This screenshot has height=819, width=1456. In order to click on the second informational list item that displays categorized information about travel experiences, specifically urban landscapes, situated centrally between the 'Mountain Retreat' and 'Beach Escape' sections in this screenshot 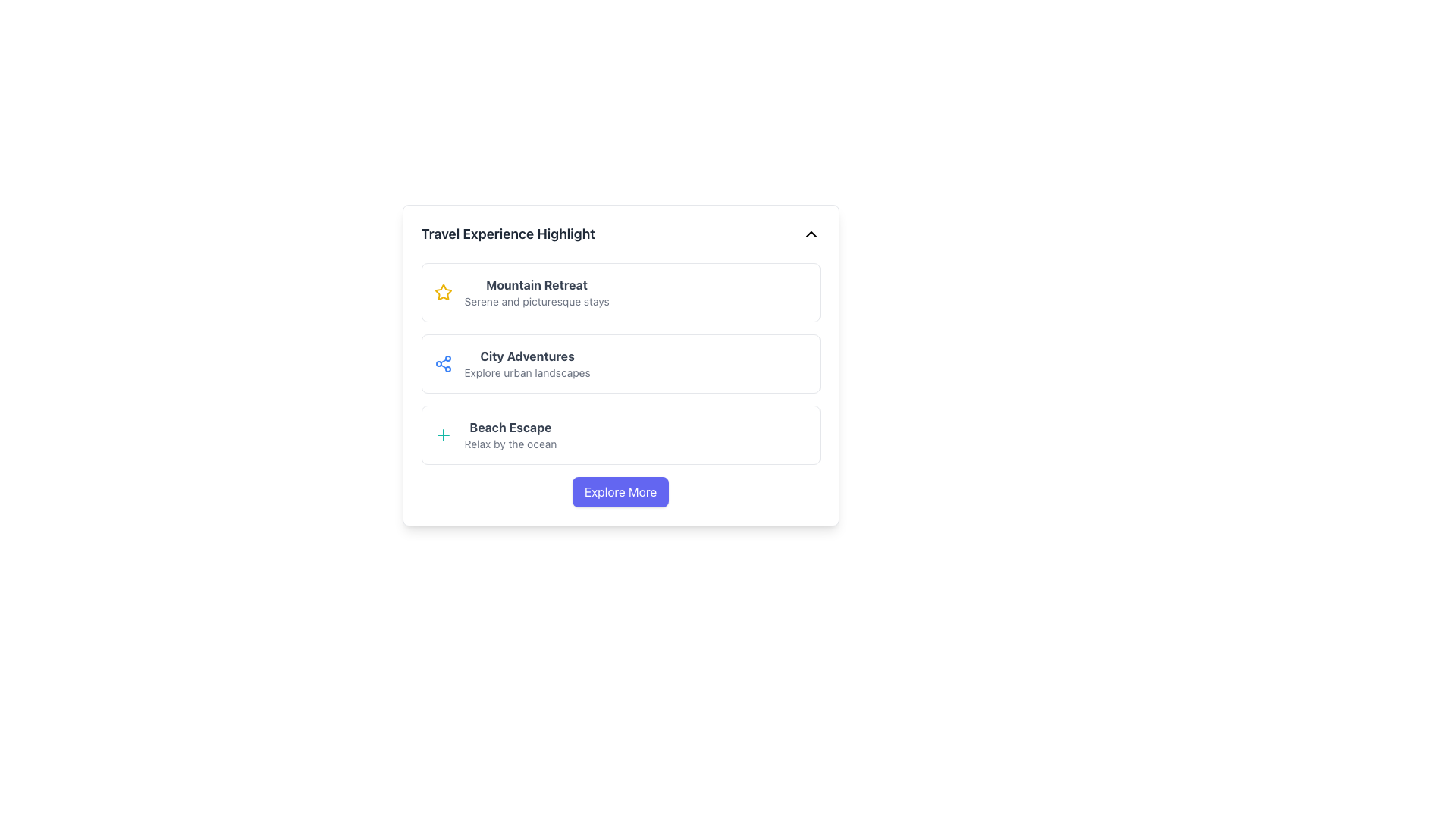, I will do `click(620, 384)`.